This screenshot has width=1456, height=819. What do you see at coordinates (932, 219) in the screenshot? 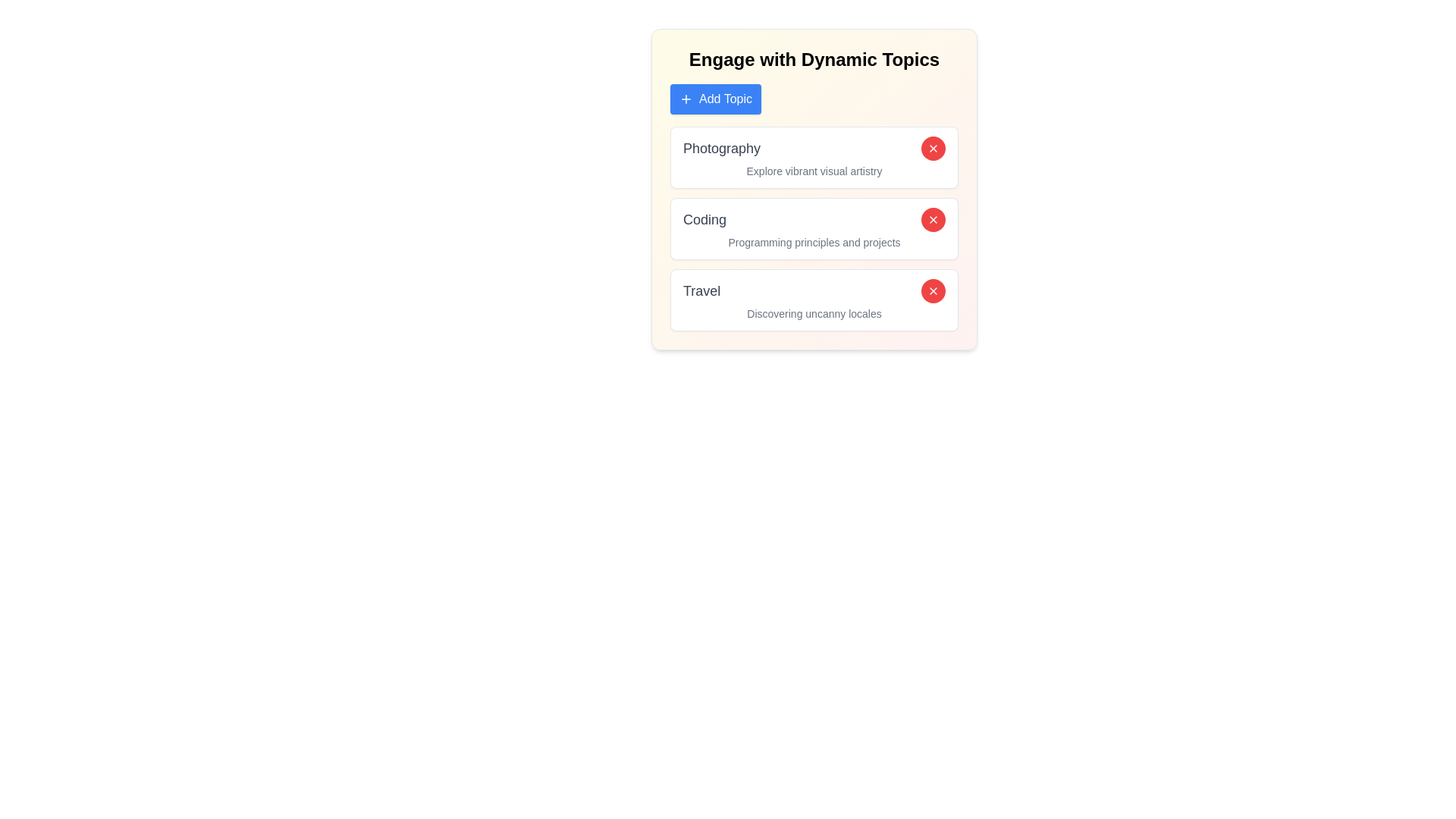
I see `red 'X' button next to the topic labeled Coding to remove it` at bounding box center [932, 219].